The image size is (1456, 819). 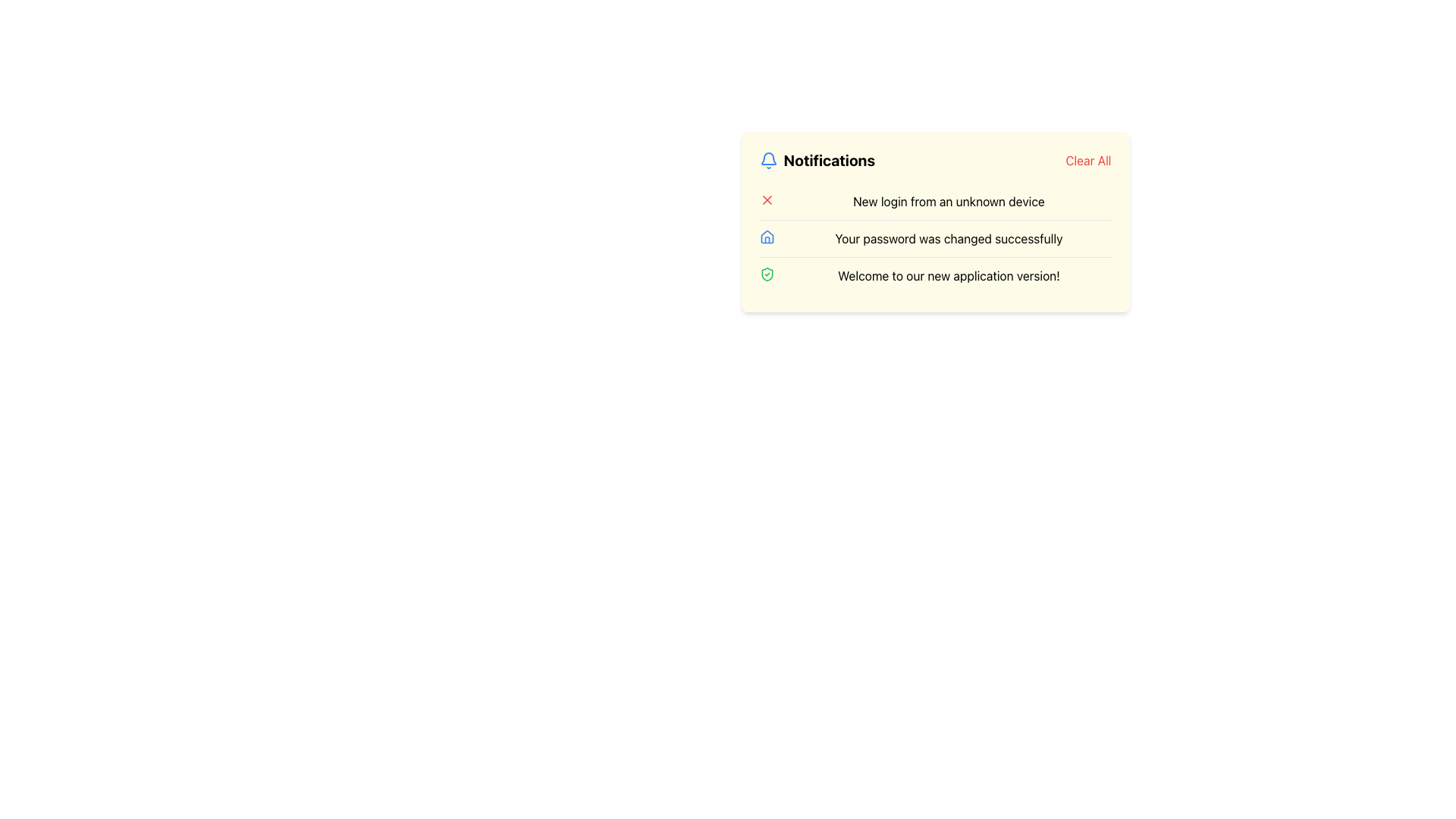 I want to click on the first notification item in the 'Notifications' section that informs about a new login from an unknown device, so click(x=934, y=201).